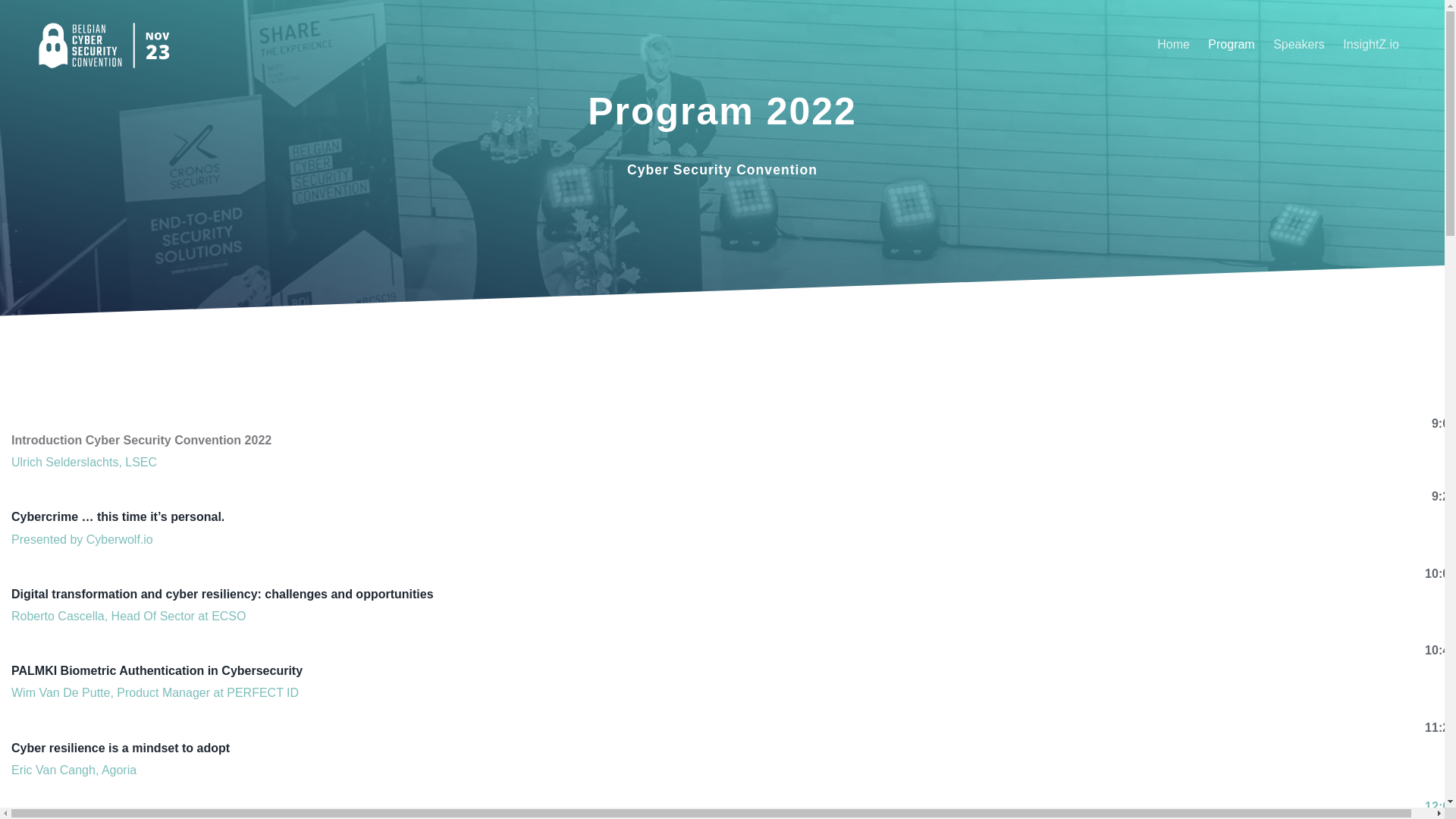 This screenshot has width=1456, height=819. What do you see at coordinates (1150, 43) in the screenshot?
I see `'Home'` at bounding box center [1150, 43].